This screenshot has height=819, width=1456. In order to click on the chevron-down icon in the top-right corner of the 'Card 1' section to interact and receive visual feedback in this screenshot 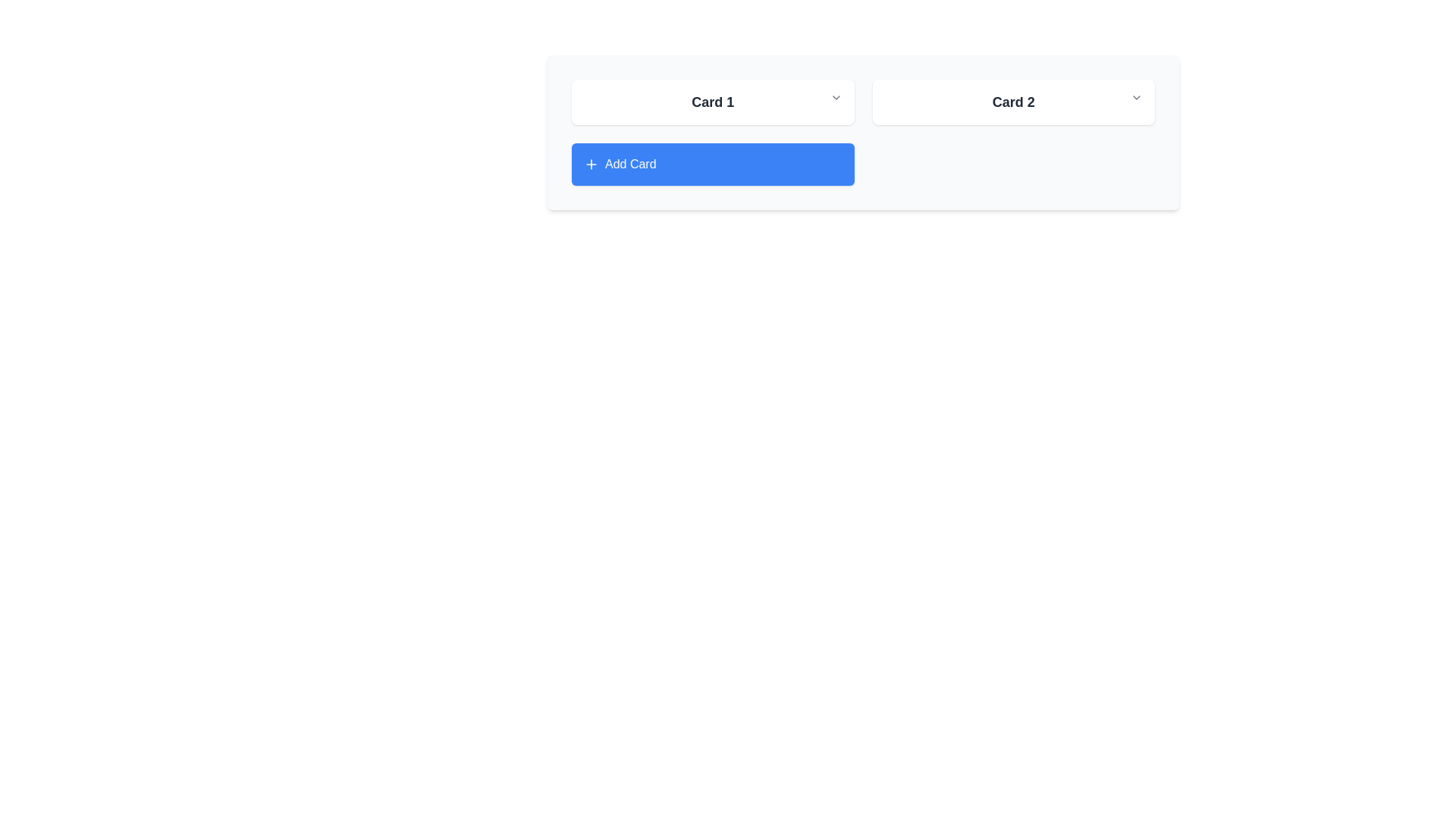, I will do `click(835, 97)`.